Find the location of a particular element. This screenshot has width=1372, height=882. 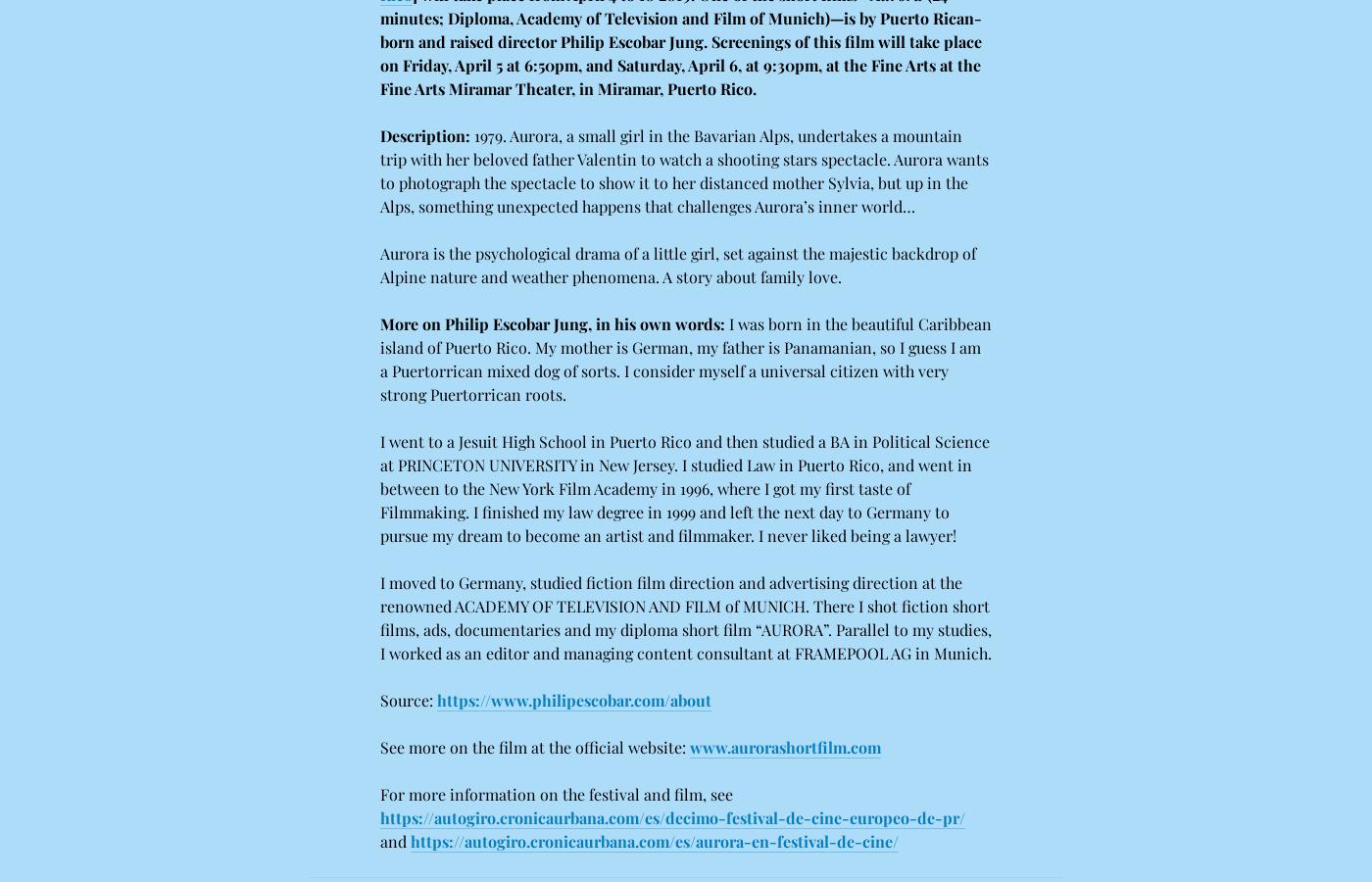

'and' is located at coordinates (395, 841).